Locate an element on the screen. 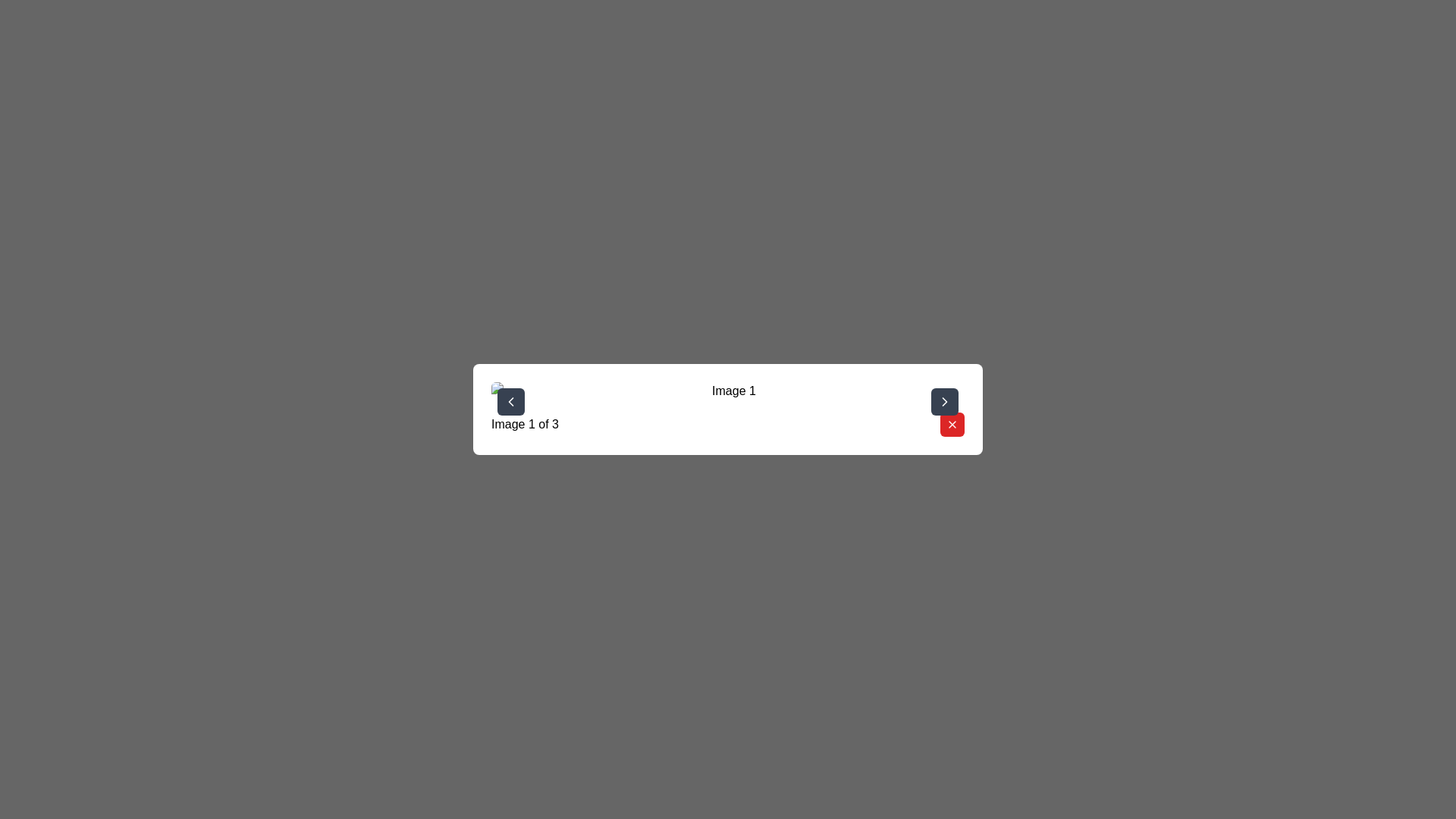  the left-pointing chevron icon button located near the left edge of the navigation bar is located at coordinates (510, 400).